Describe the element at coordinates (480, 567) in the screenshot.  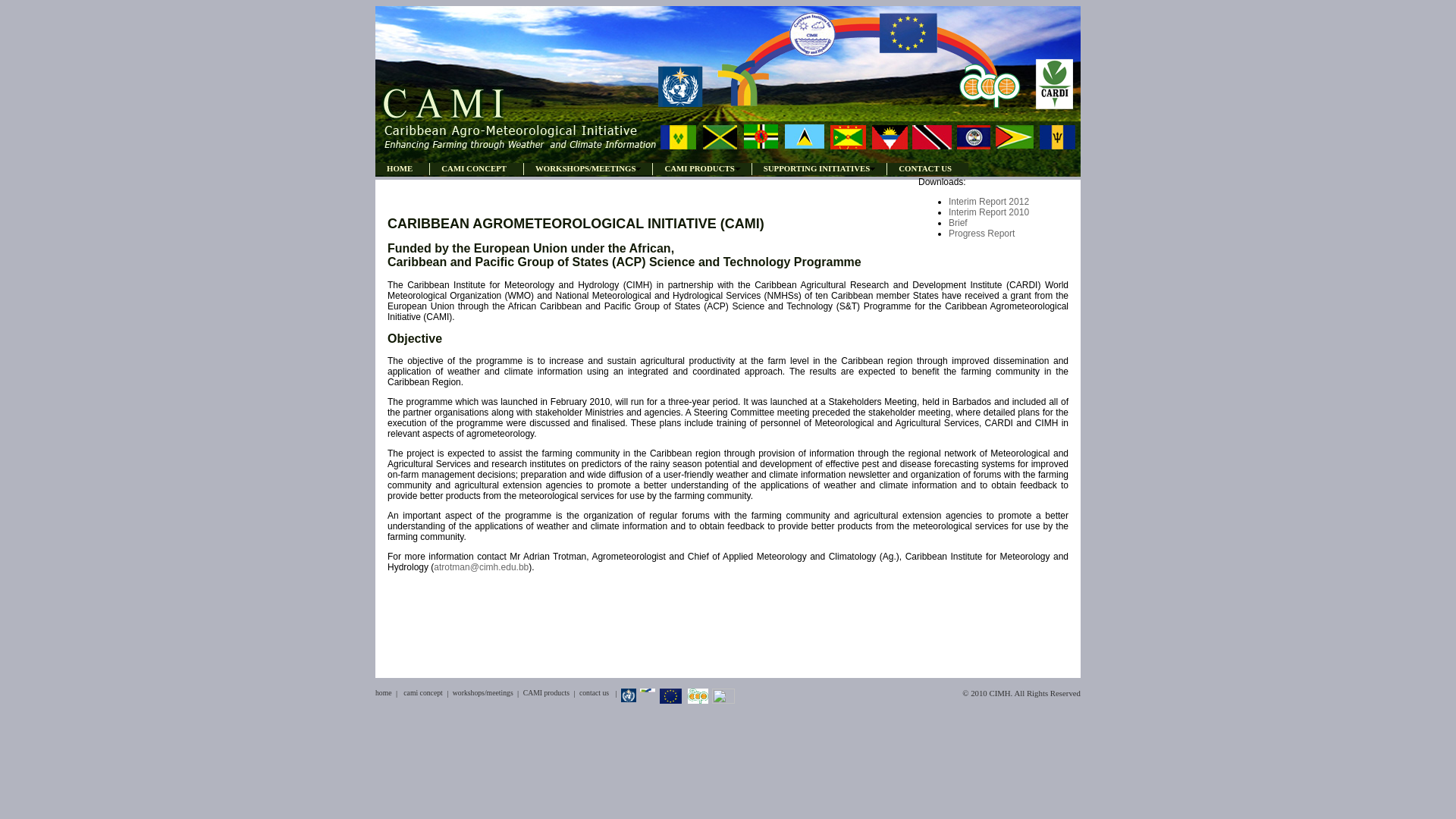
I see `'atrotman@cimh.edu.bb'` at that location.